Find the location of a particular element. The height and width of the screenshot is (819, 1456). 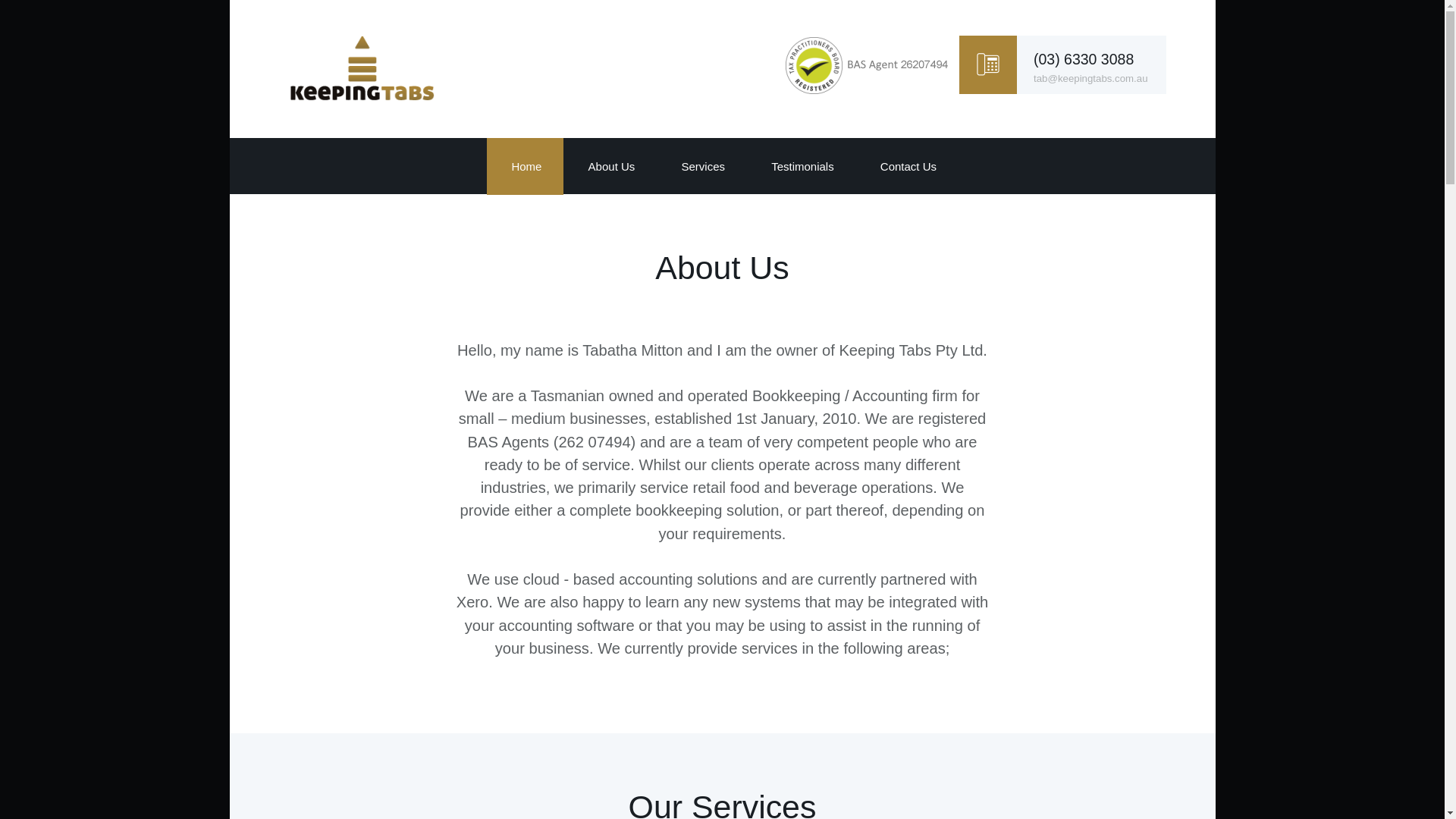

'About Us' is located at coordinates (610, 166).